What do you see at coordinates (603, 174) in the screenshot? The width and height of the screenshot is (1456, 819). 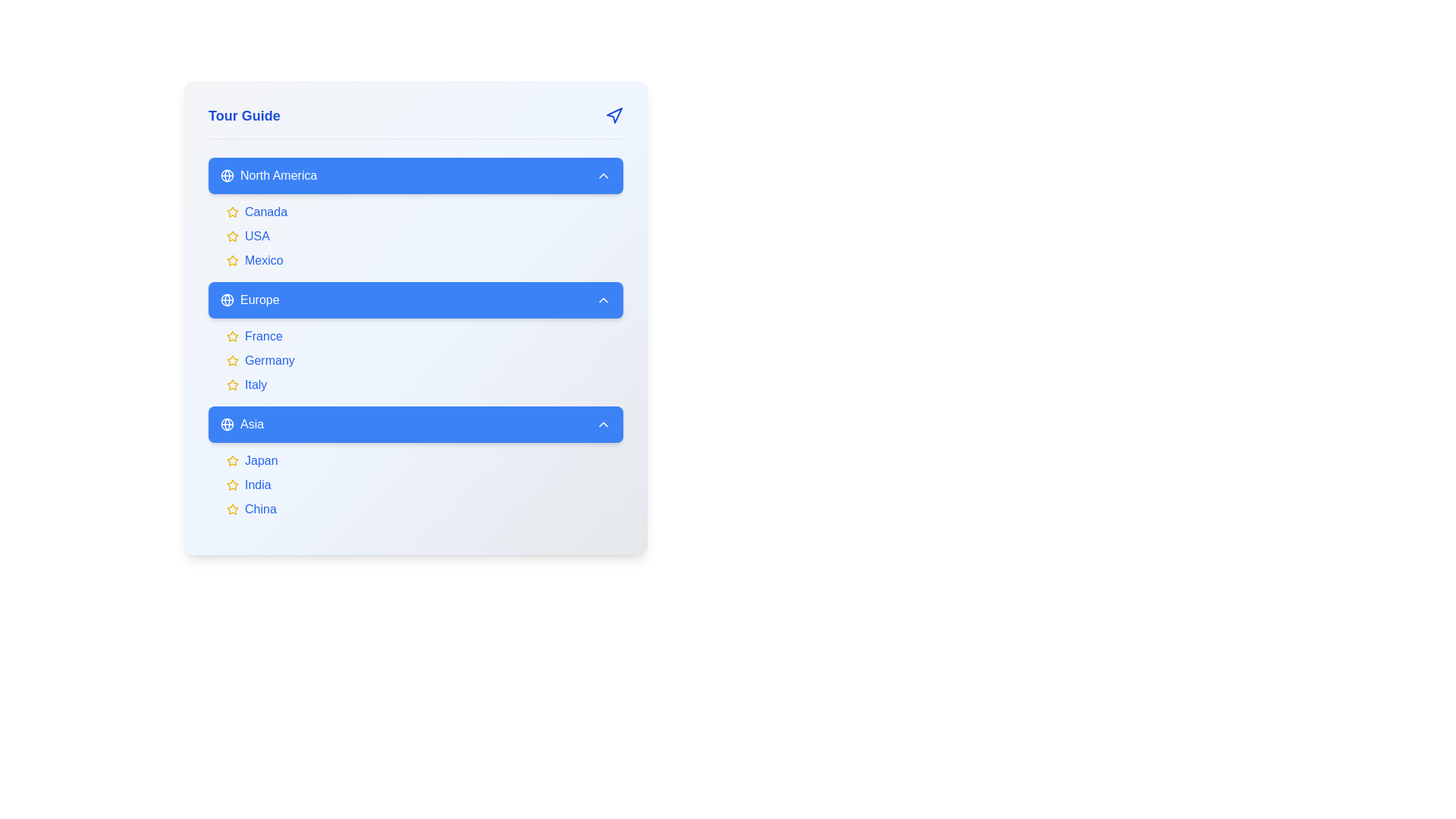 I see `the small upward-pointing chevron icon located on the far-right edge of the 'North America' section for potential visual feedback` at bounding box center [603, 174].